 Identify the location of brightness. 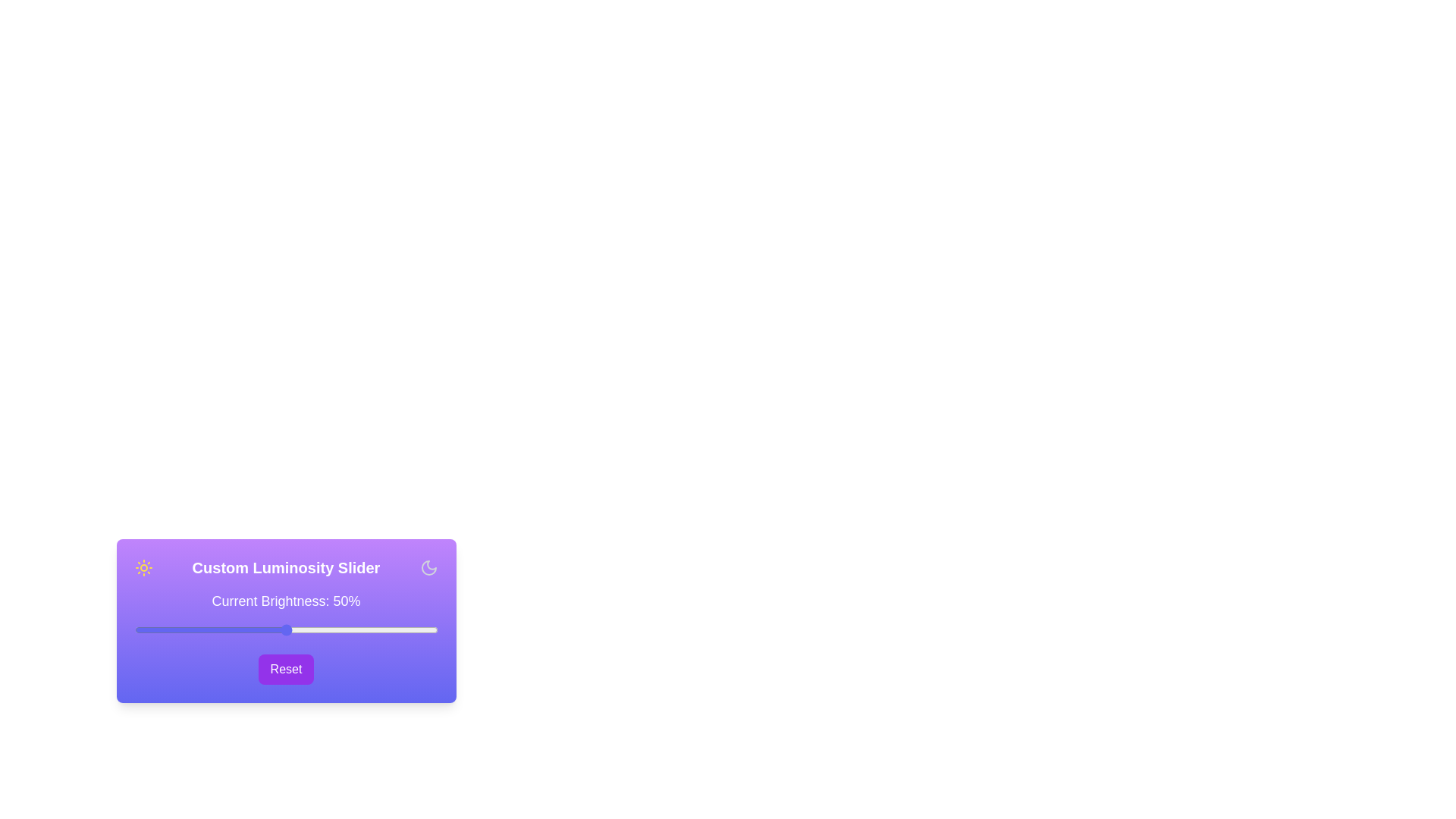
(146, 629).